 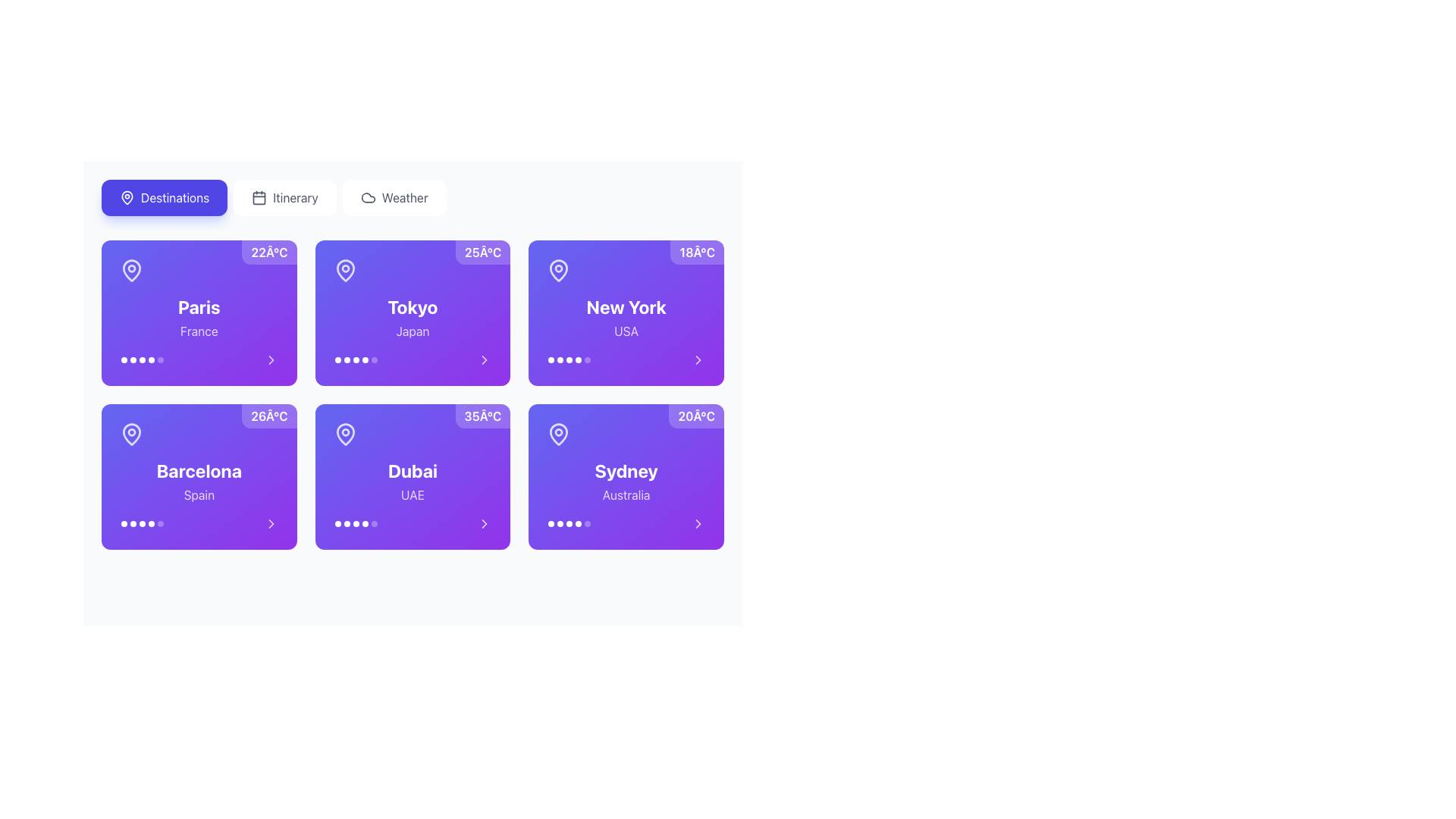 What do you see at coordinates (165, 197) in the screenshot?
I see `the 'Destinations' button, which is a rectangular button with a rounded blueish background and white text` at bounding box center [165, 197].